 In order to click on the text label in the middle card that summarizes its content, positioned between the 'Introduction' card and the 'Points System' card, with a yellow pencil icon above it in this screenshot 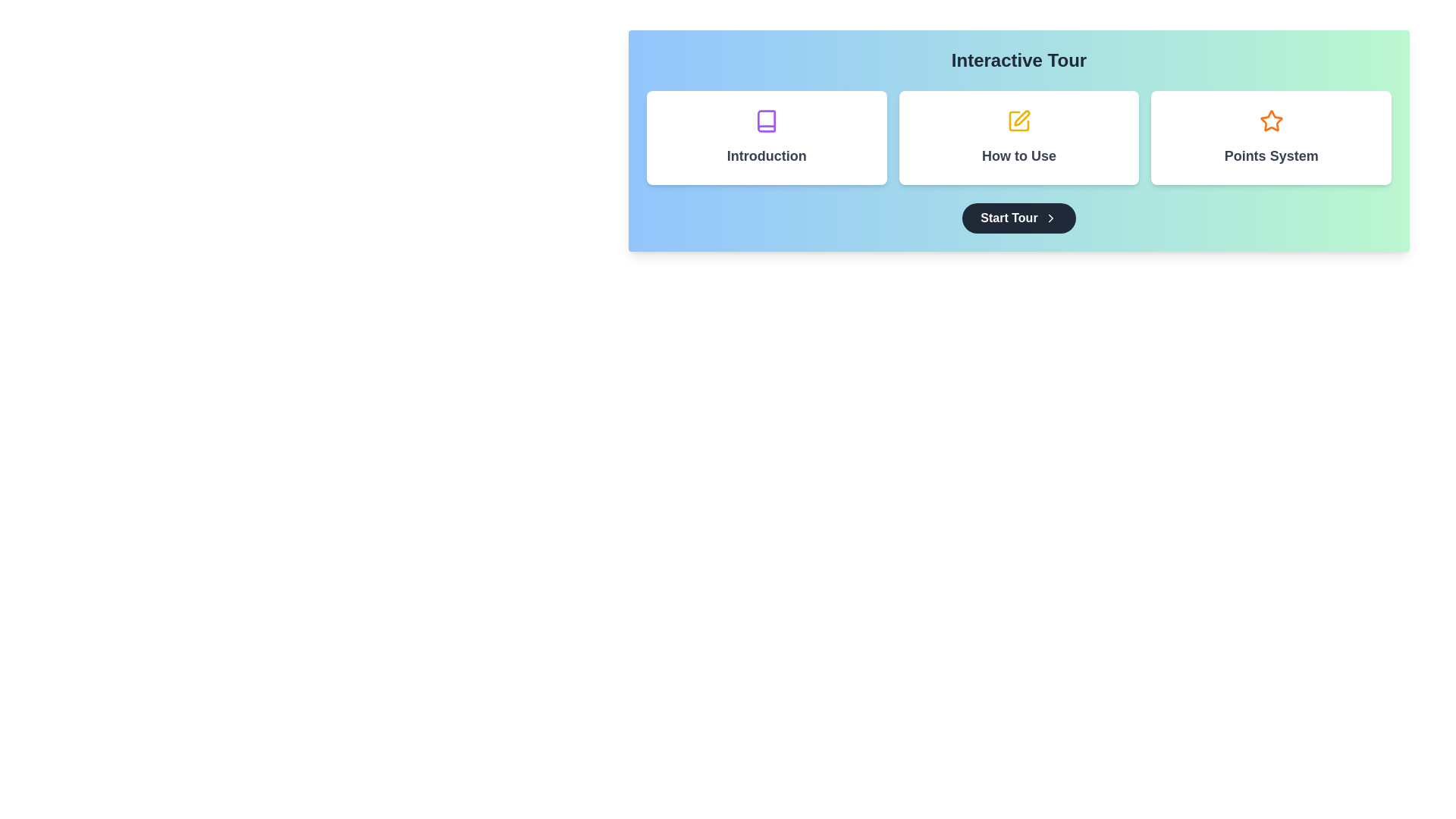, I will do `click(1019, 155)`.